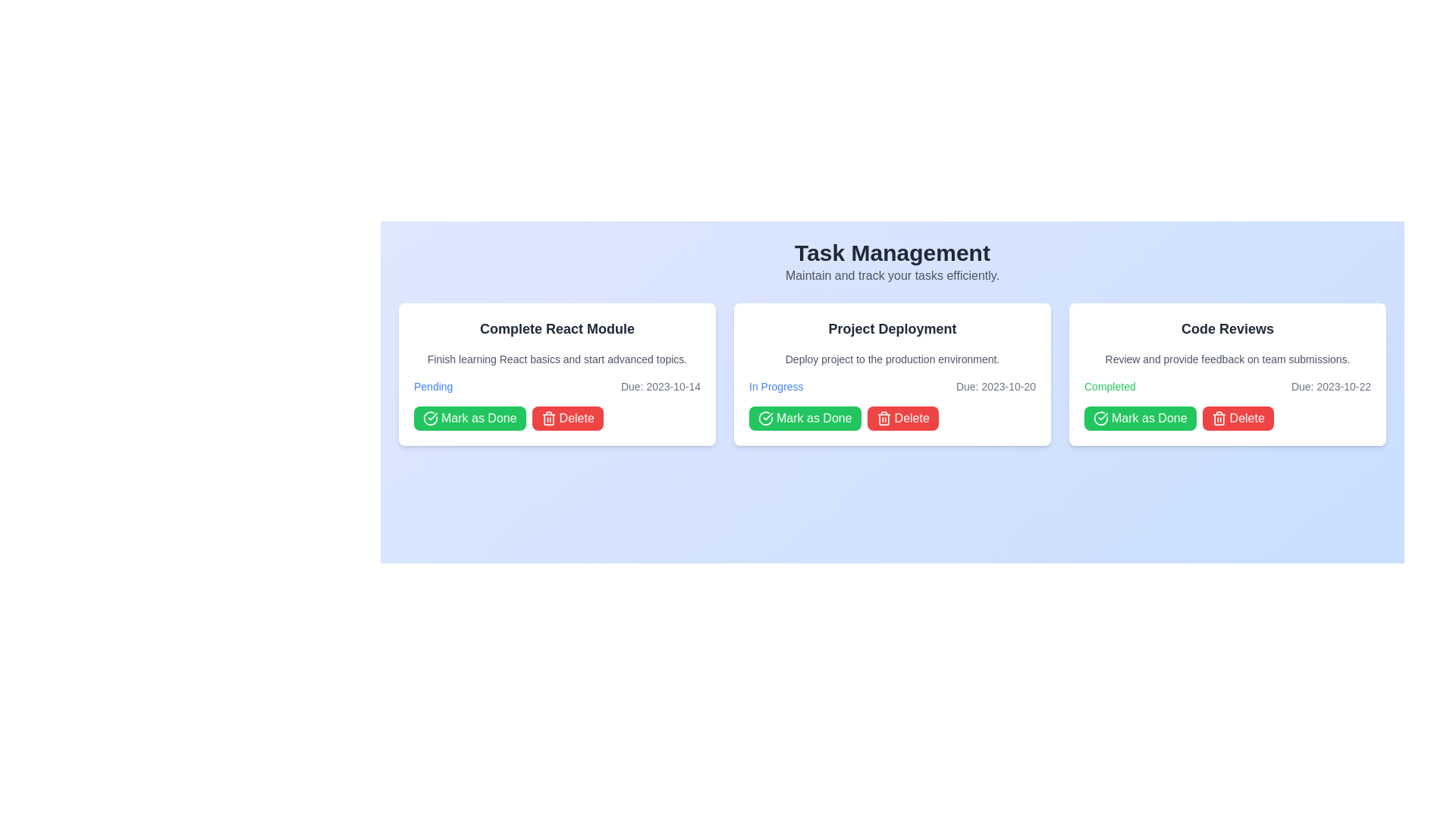 This screenshot has width=1456, height=819. I want to click on the 'Delete' button, which is part of the Interactive button group located at the bottom of the 'Complete React Module' card, so click(556, 418).